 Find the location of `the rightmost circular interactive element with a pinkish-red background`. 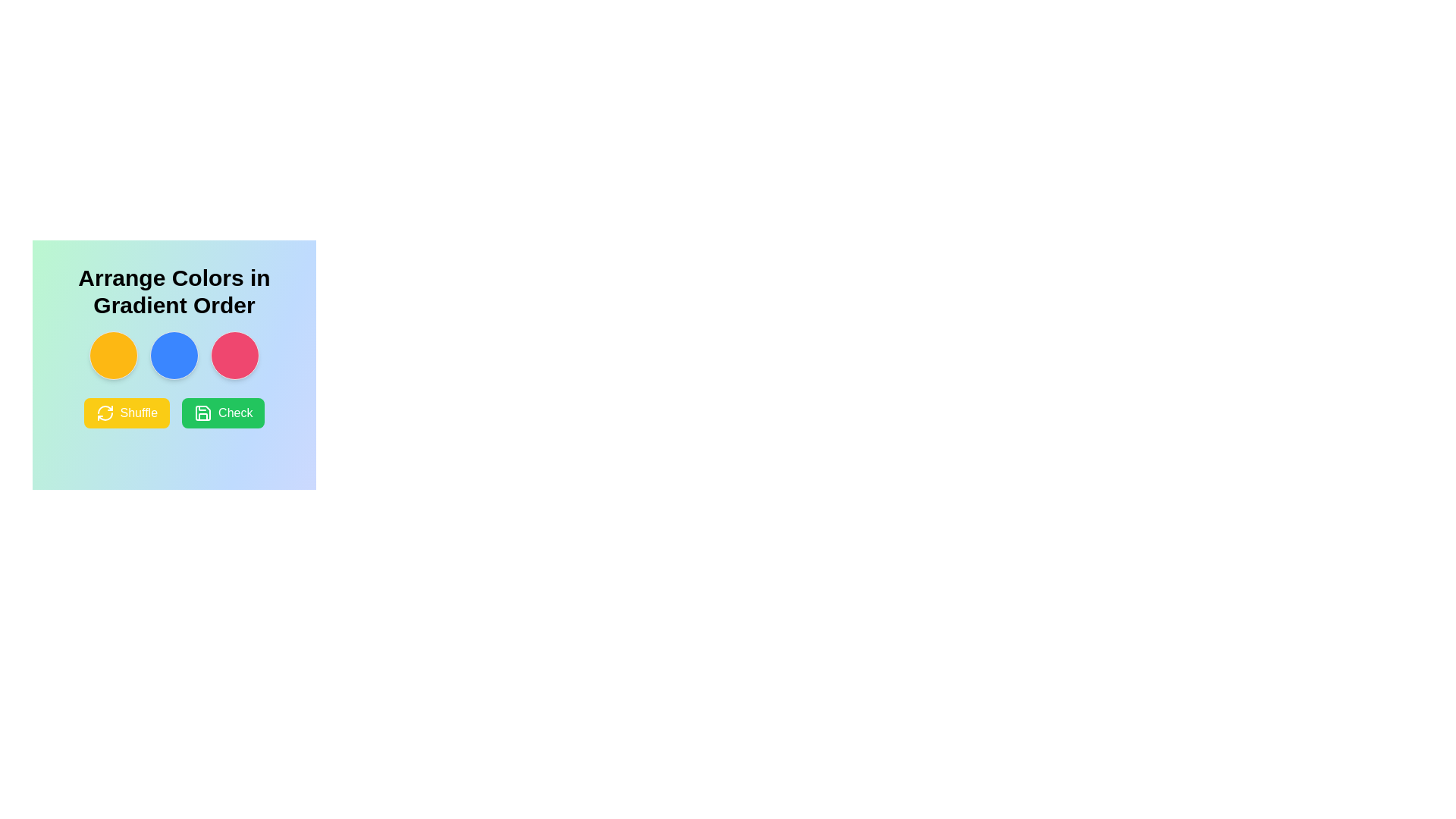

the rightmost circular interactive element with a pinkish-red background is located at coordinates (234, 356).